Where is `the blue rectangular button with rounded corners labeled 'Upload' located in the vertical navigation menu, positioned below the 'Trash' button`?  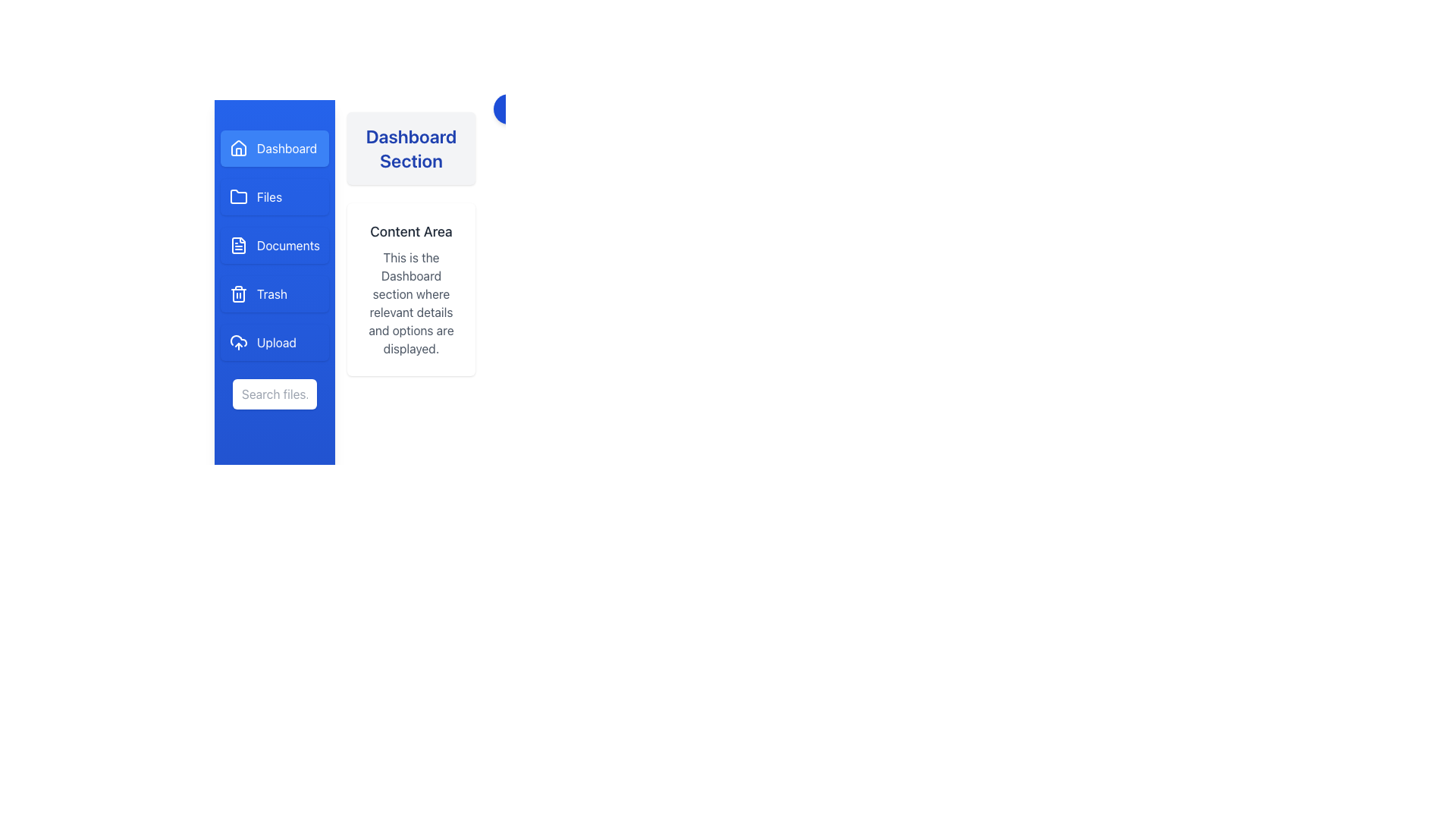
the blue rectangular button with rounded corners labeled 'Upload' located in the vertical navigation menu, positioned below the 'Trash' button is located at coordinates (275, 342).